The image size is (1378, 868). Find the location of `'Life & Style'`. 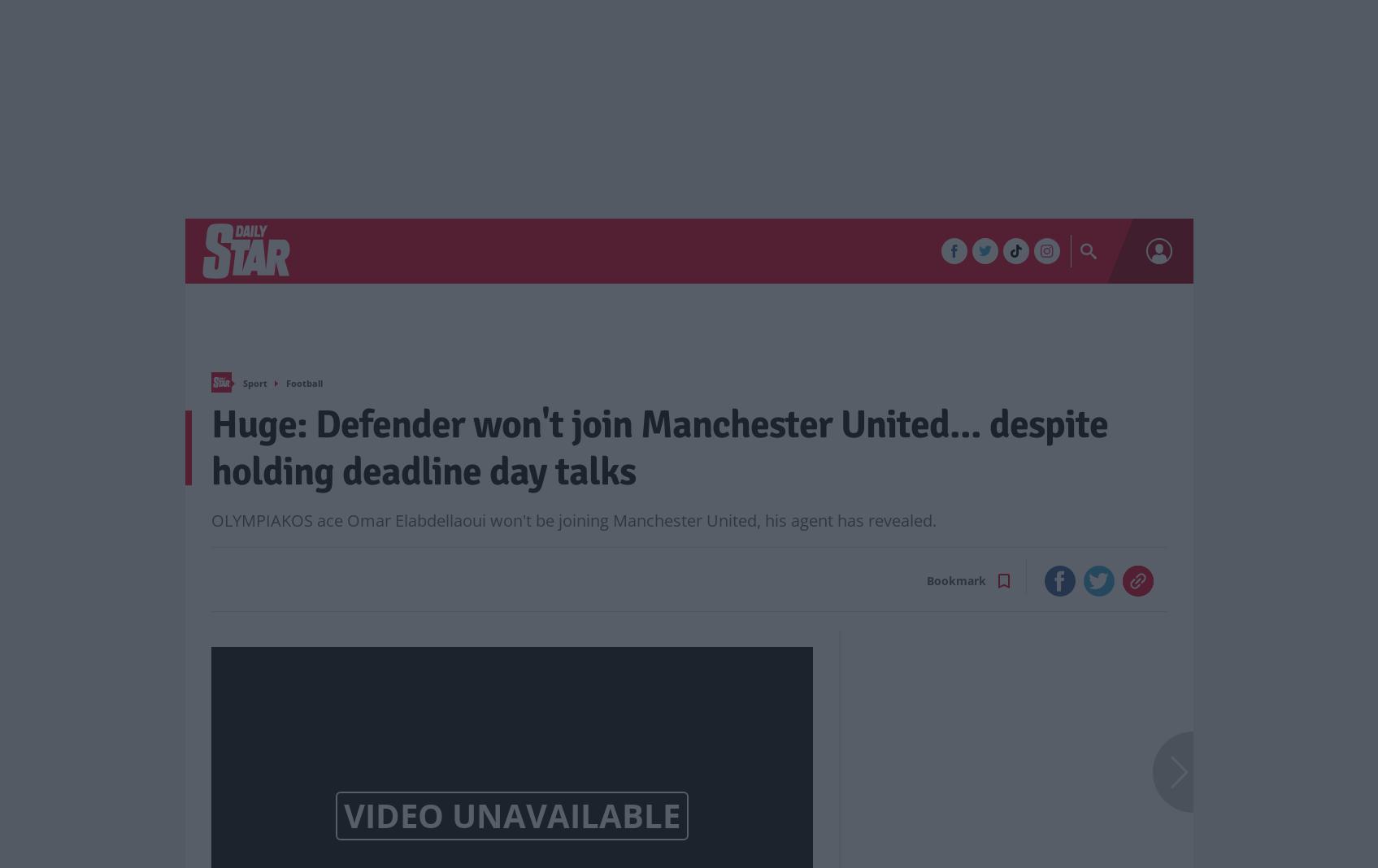

'Life & Style' is located at coordinates (567, 252).